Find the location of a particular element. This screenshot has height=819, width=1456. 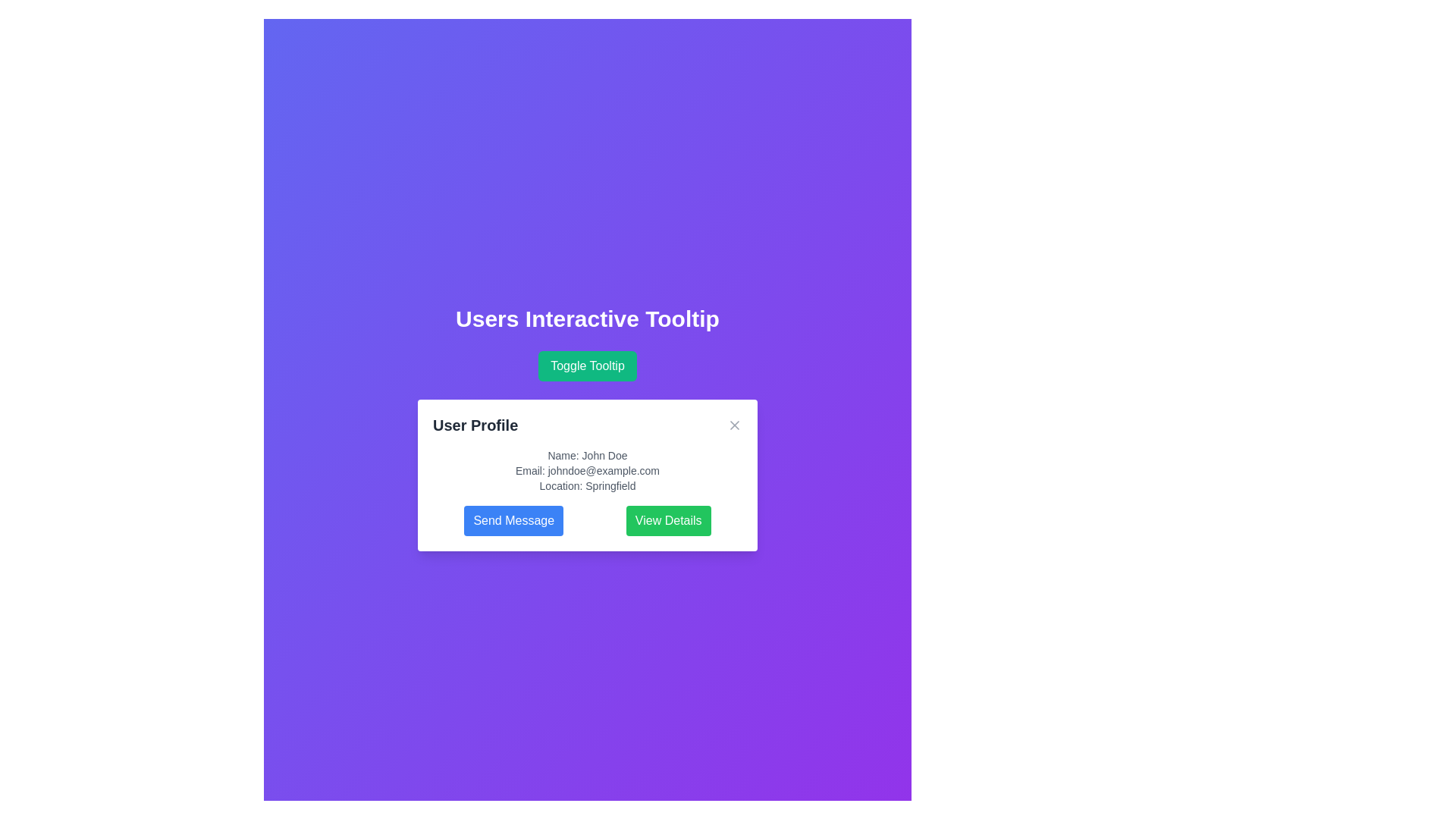

the text heading that displays 'Users Interactive Tooltip' in bold, large white font at the top center of the layout is located at coordinates (586, 318).